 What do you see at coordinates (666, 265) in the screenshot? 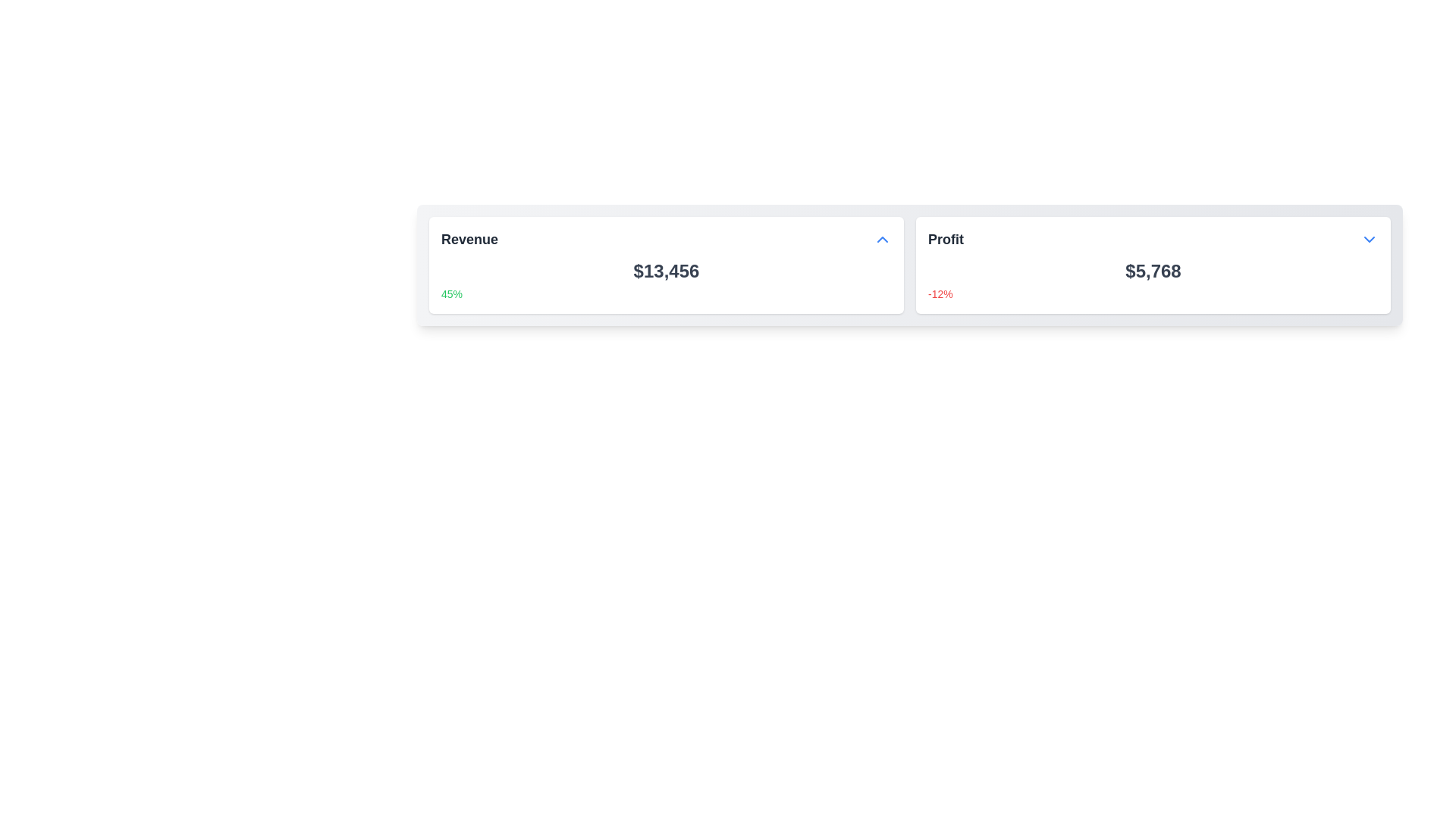
I see `the revenue summary card, which is the first card in a two-column grid layout displaying financial performance data` at bounding box center [666, 265].